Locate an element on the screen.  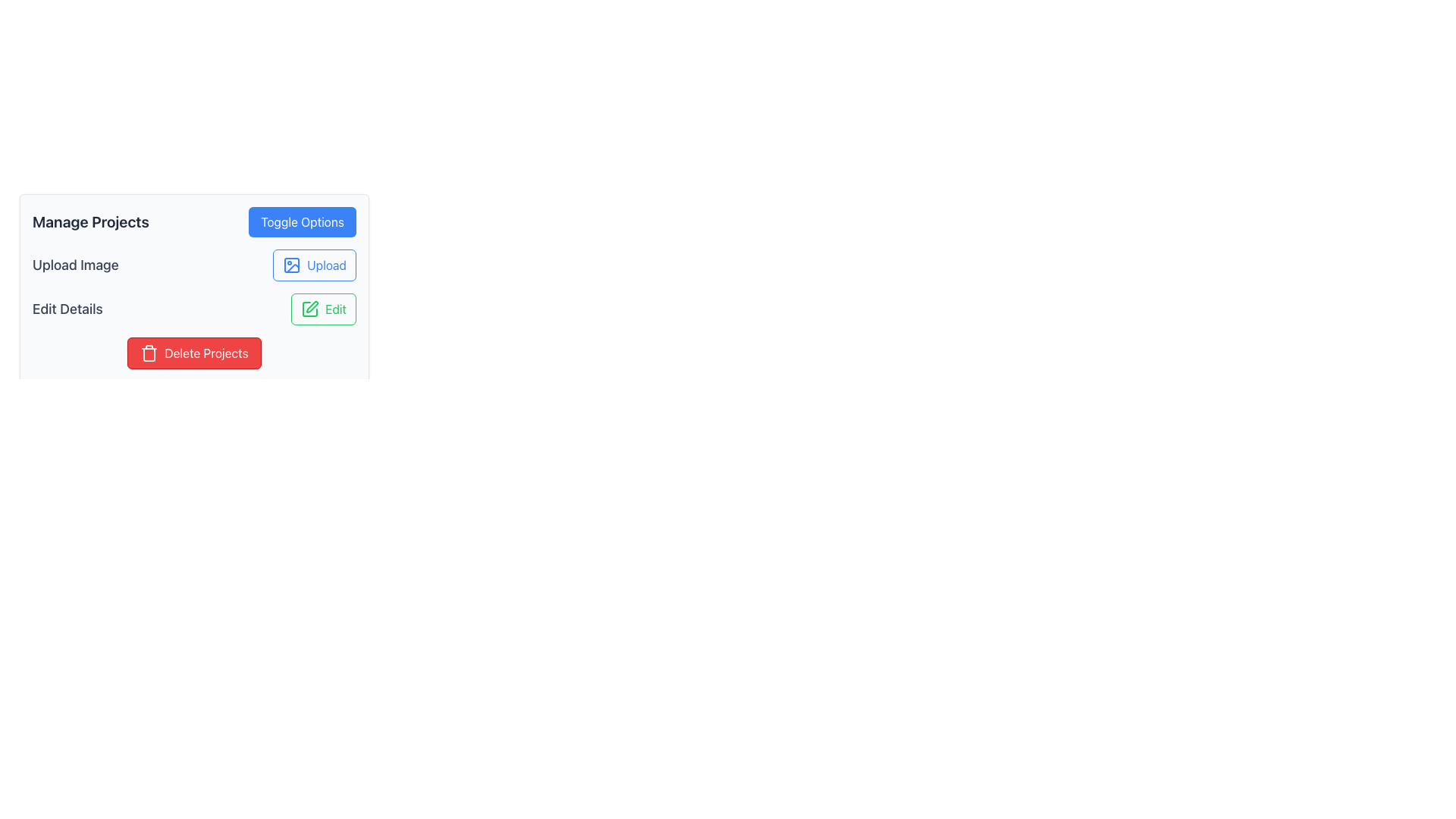
the 'Delete Projects' button by clicking on the icon located on its left side to engage the deletion functionality is located at coordinates (149, 353).